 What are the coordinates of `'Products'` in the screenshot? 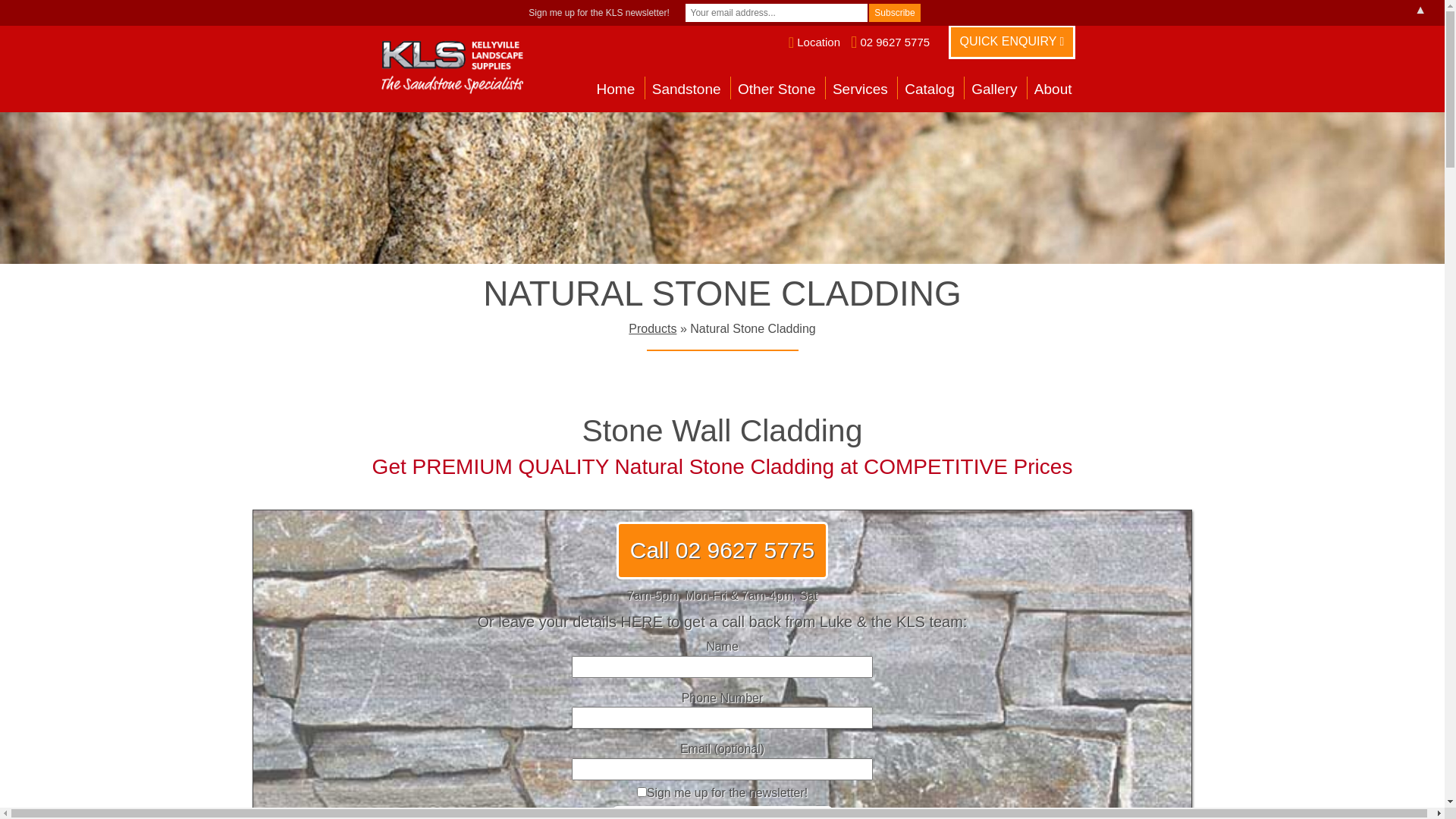 It's located at (652, 328).